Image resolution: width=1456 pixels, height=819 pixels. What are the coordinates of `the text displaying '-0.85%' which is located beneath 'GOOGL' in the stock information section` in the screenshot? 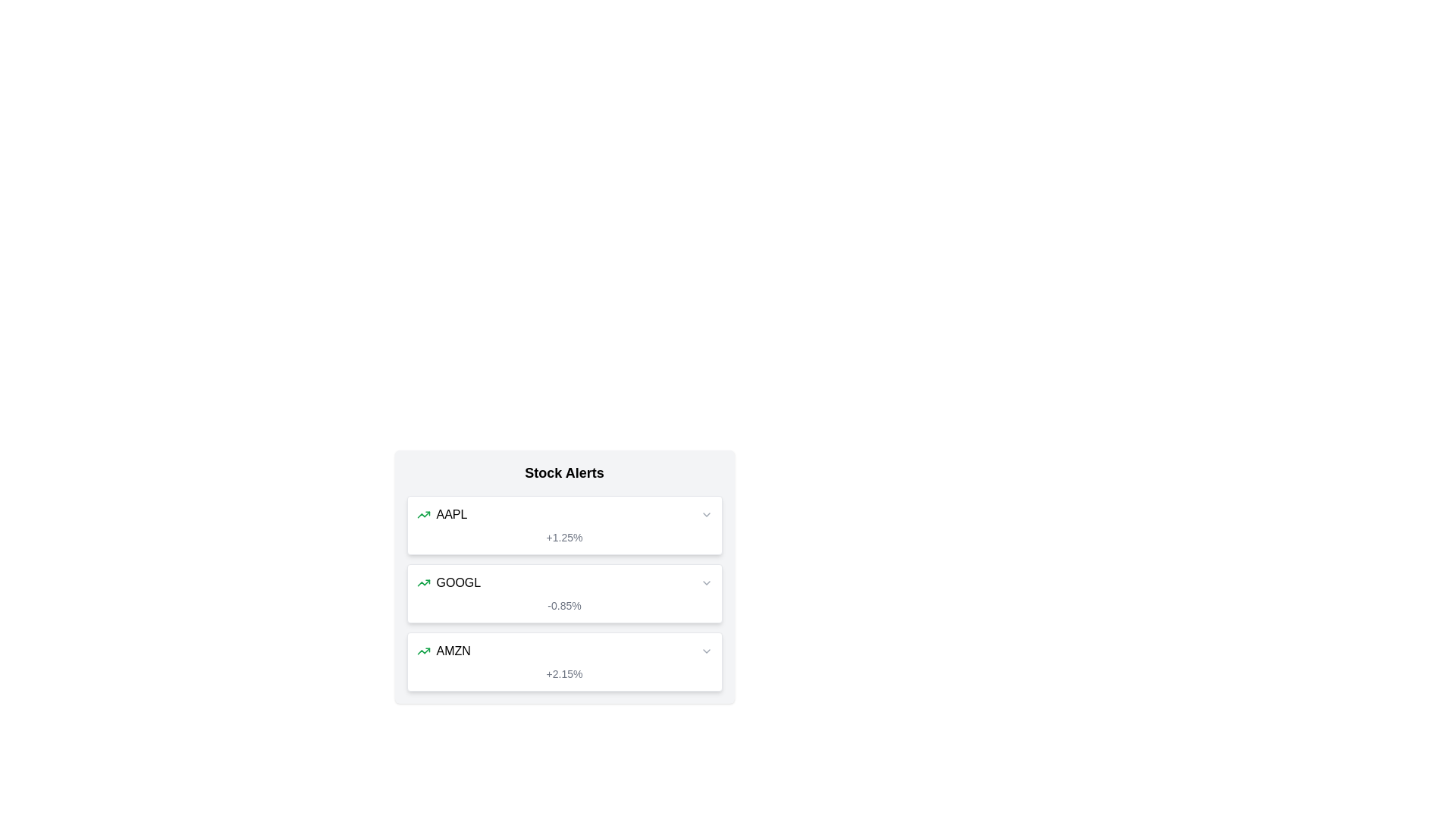 It's located at (563, 604).